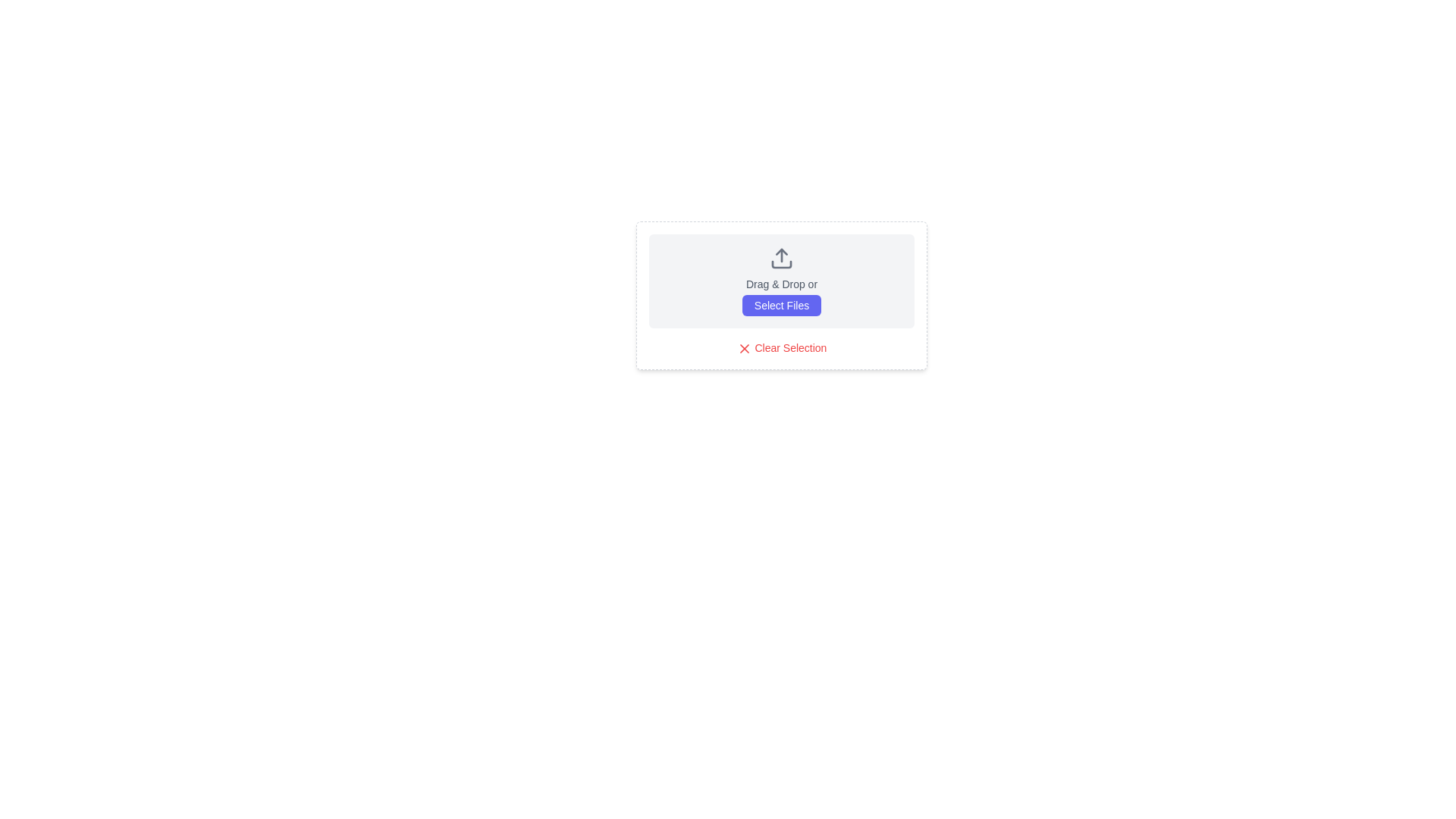 The image size is (1456, 819). I want to click on the instructional text block that indicates the option to drag and drop files, located above the 'Select Files' button, so click(782, 284).